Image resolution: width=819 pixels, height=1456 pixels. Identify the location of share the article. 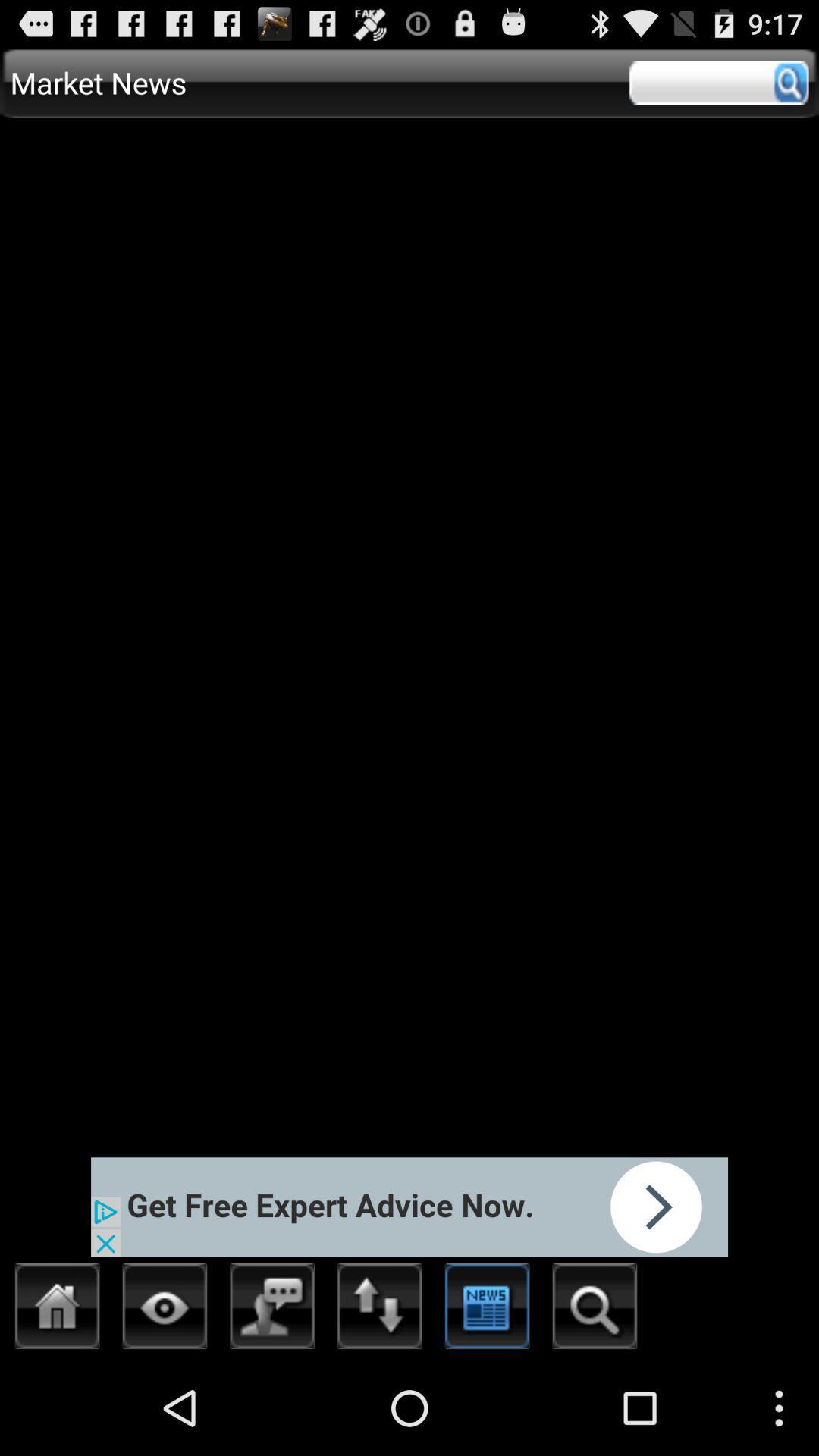
(409, 1206).